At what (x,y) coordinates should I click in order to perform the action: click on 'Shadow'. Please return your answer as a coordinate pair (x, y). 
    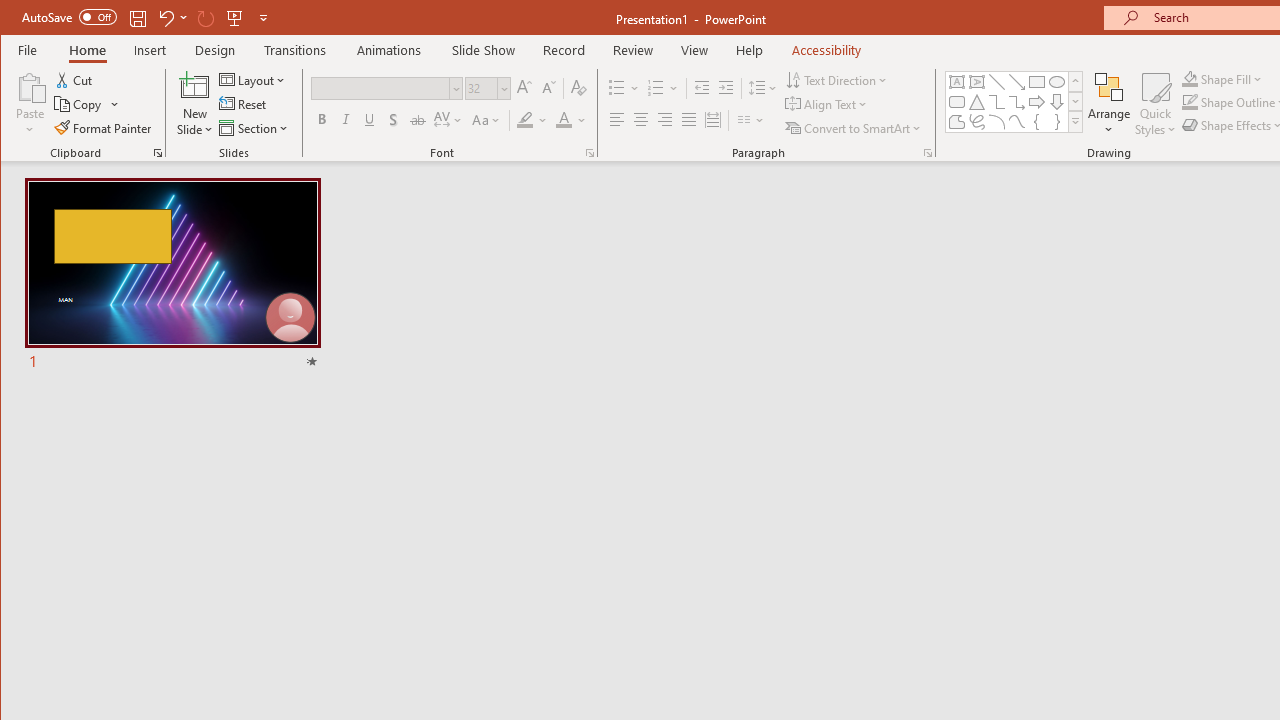
    Looking at the image, I should click on (393, 120).